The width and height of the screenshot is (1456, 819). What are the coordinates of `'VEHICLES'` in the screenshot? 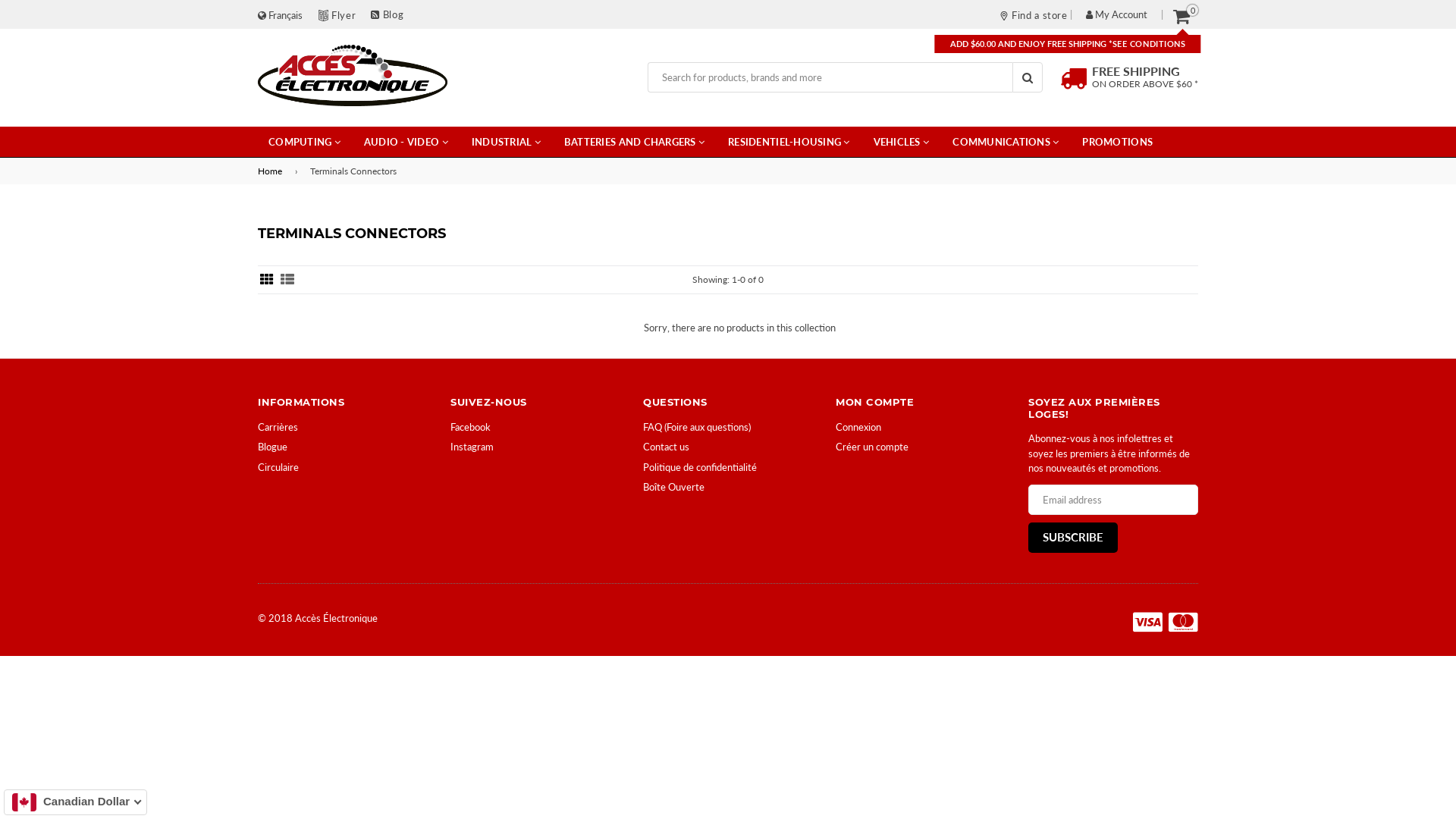 It's located at (902, 141).